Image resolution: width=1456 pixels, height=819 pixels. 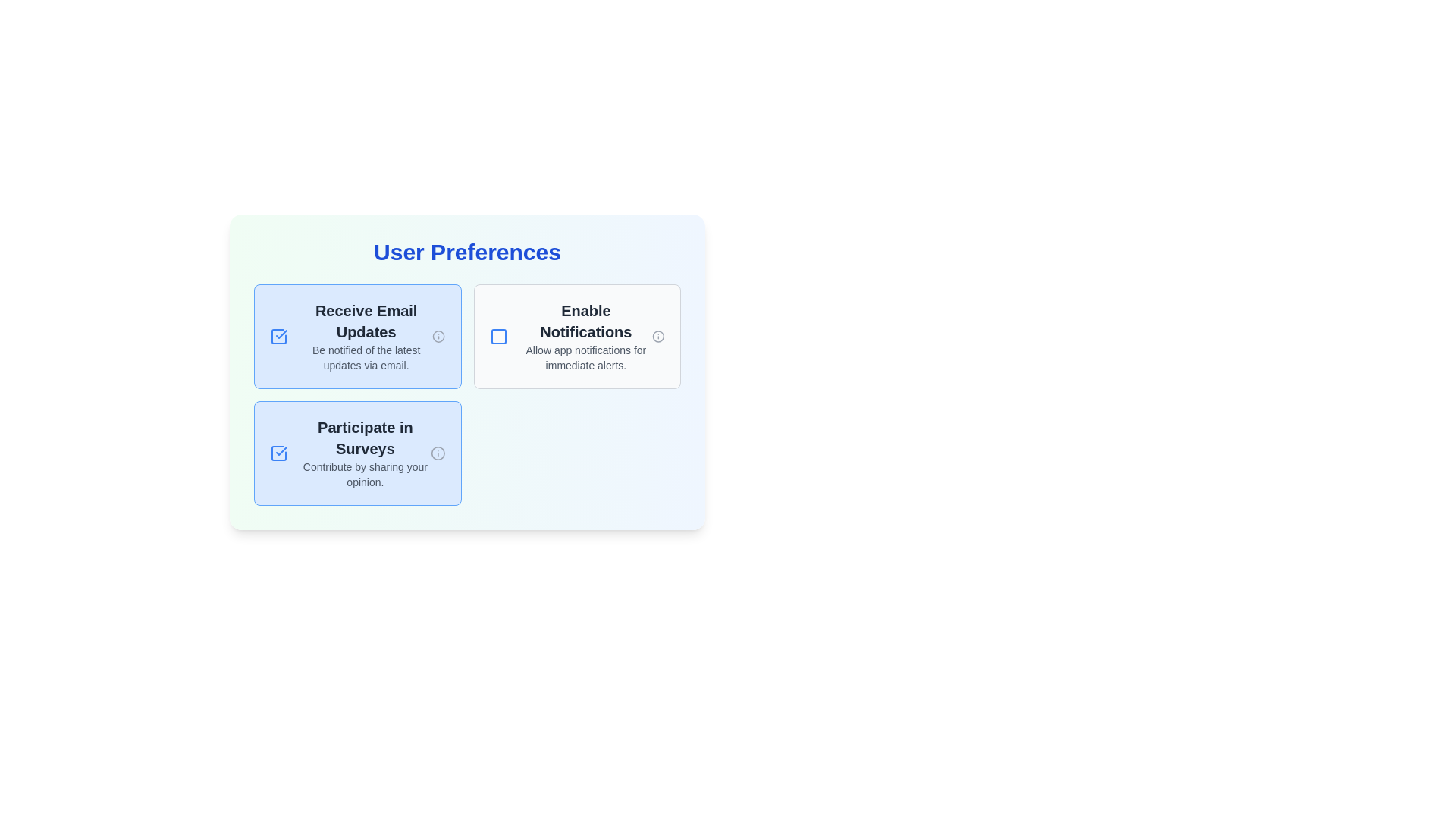 I want to click on the checkbox for 'Participate in Surveys' located, so click(x=279, y=452).